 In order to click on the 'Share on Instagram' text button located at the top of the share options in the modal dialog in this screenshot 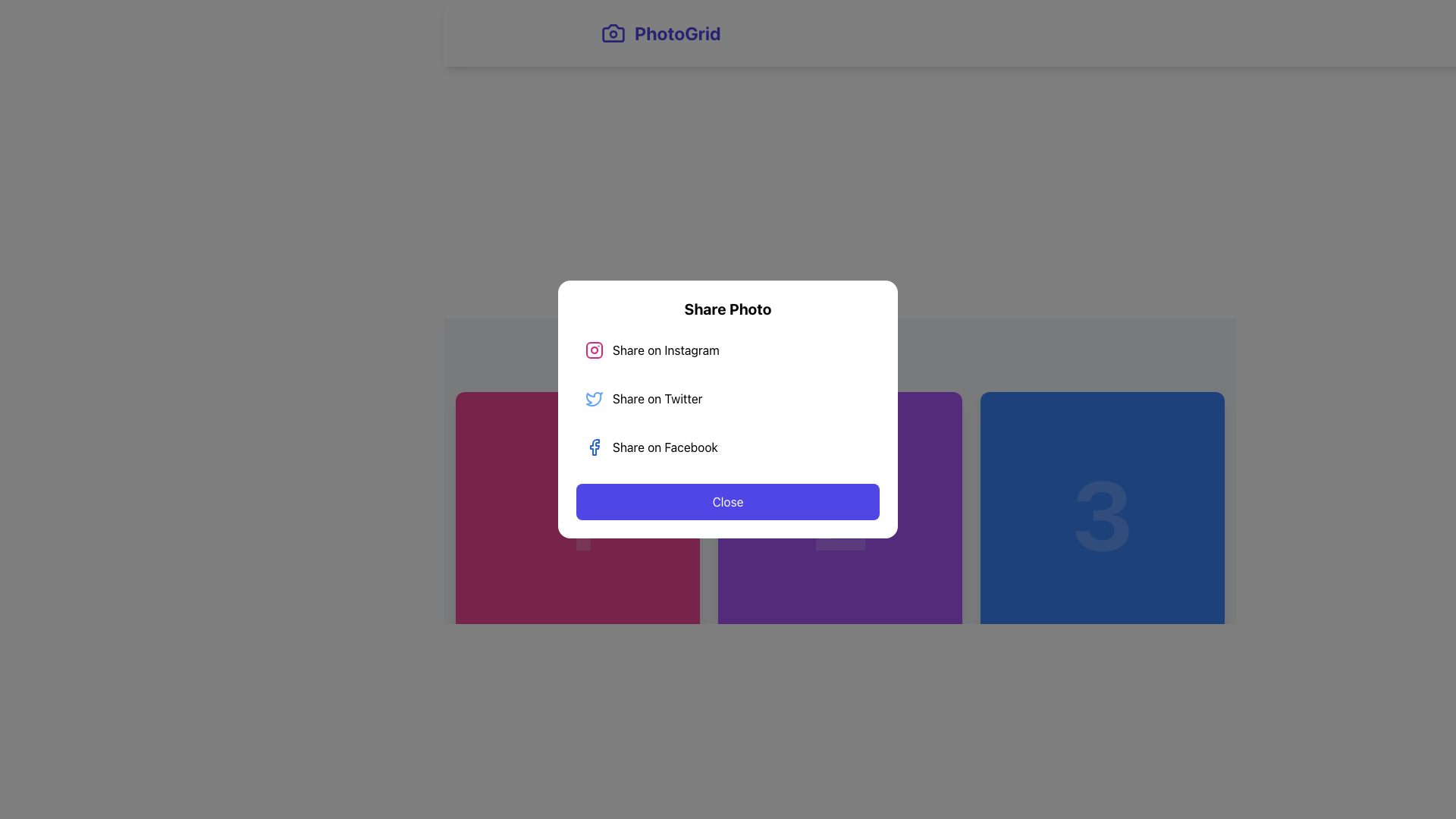, I will do `click(666, 350)`.